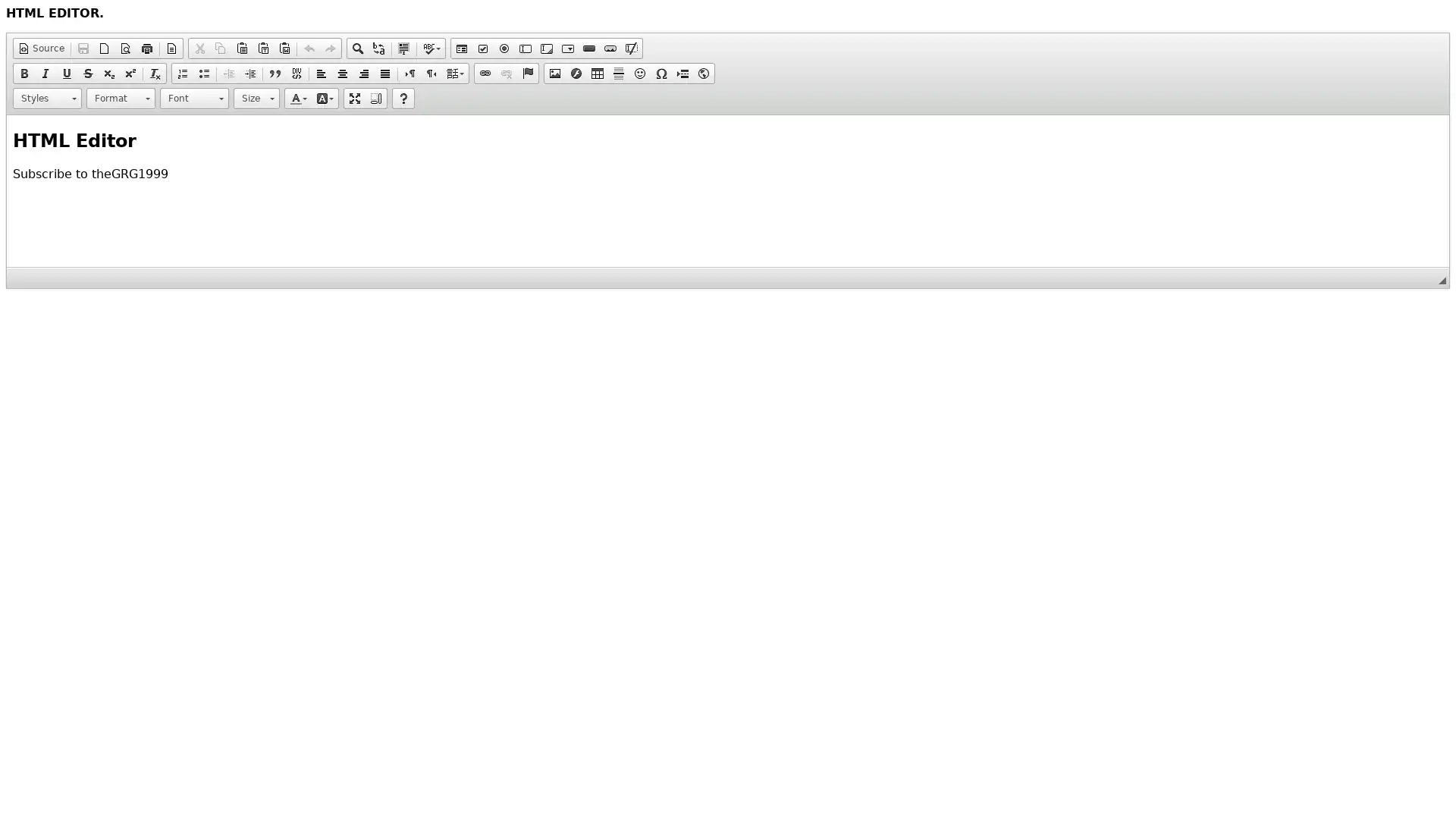 This screenshot has height=819, width=1456. Describe the element at coordinates (385, 73) in the screenshot. I see `Justify` at that location.